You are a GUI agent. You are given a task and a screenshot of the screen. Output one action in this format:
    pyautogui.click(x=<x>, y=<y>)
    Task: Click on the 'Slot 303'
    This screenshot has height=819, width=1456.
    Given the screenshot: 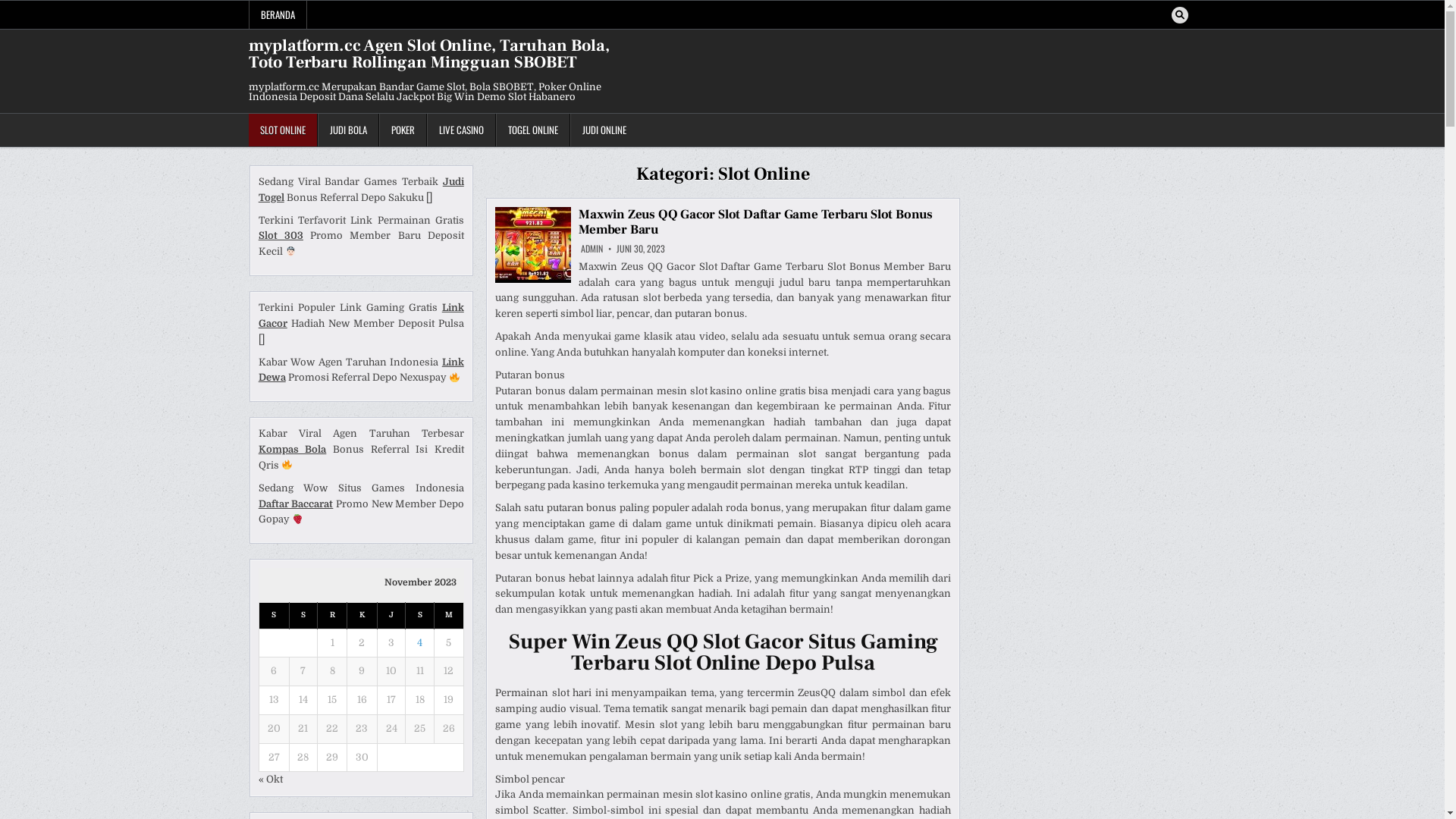 What is the action you would take?
    pyautogui.click(x=258, y=235)
    